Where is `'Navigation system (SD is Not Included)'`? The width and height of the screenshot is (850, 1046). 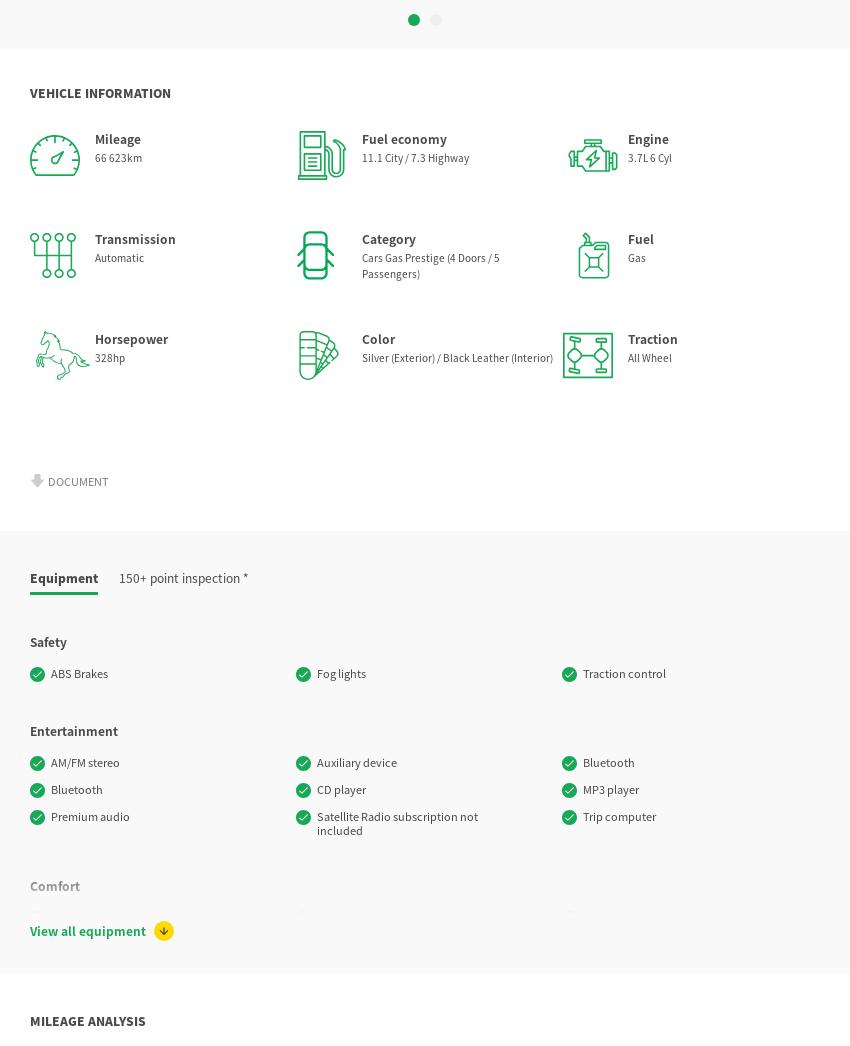
'Navigation system (SD is Not Included)' is located at coordinates (415, 726).